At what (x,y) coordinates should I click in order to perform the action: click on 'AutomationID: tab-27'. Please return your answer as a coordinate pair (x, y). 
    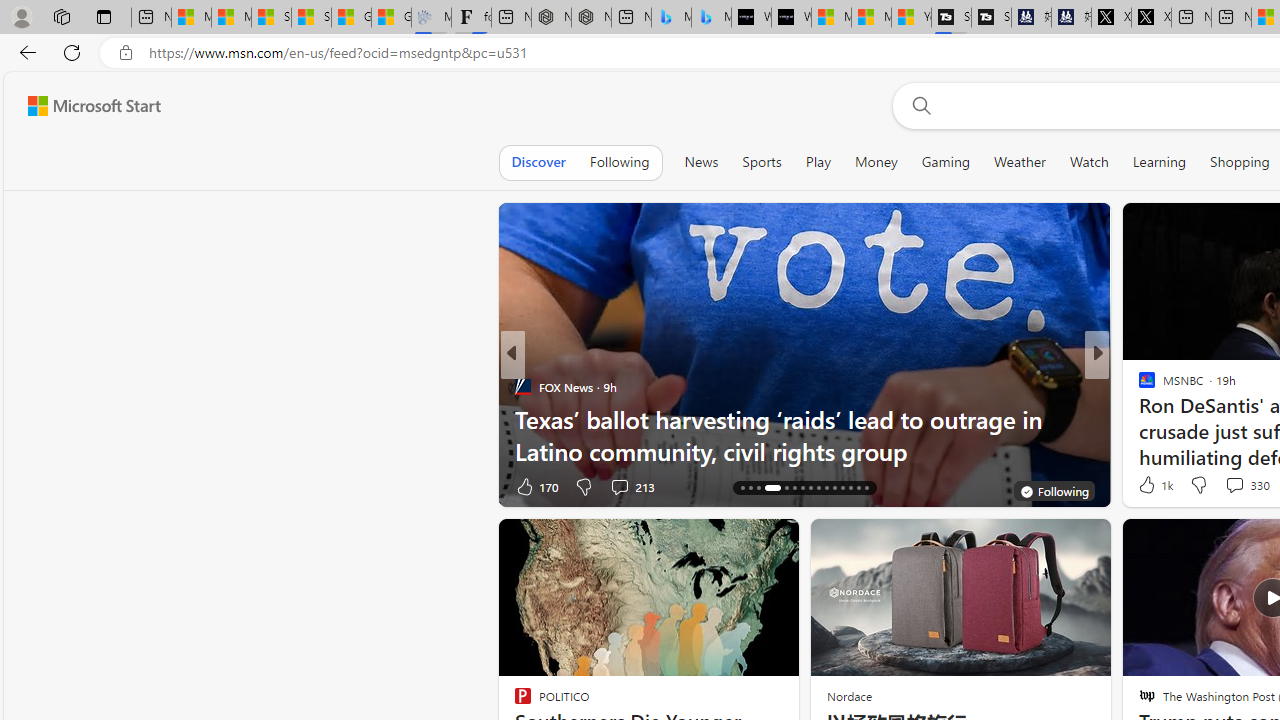
    Looking at the image, I should click on (842, 488).